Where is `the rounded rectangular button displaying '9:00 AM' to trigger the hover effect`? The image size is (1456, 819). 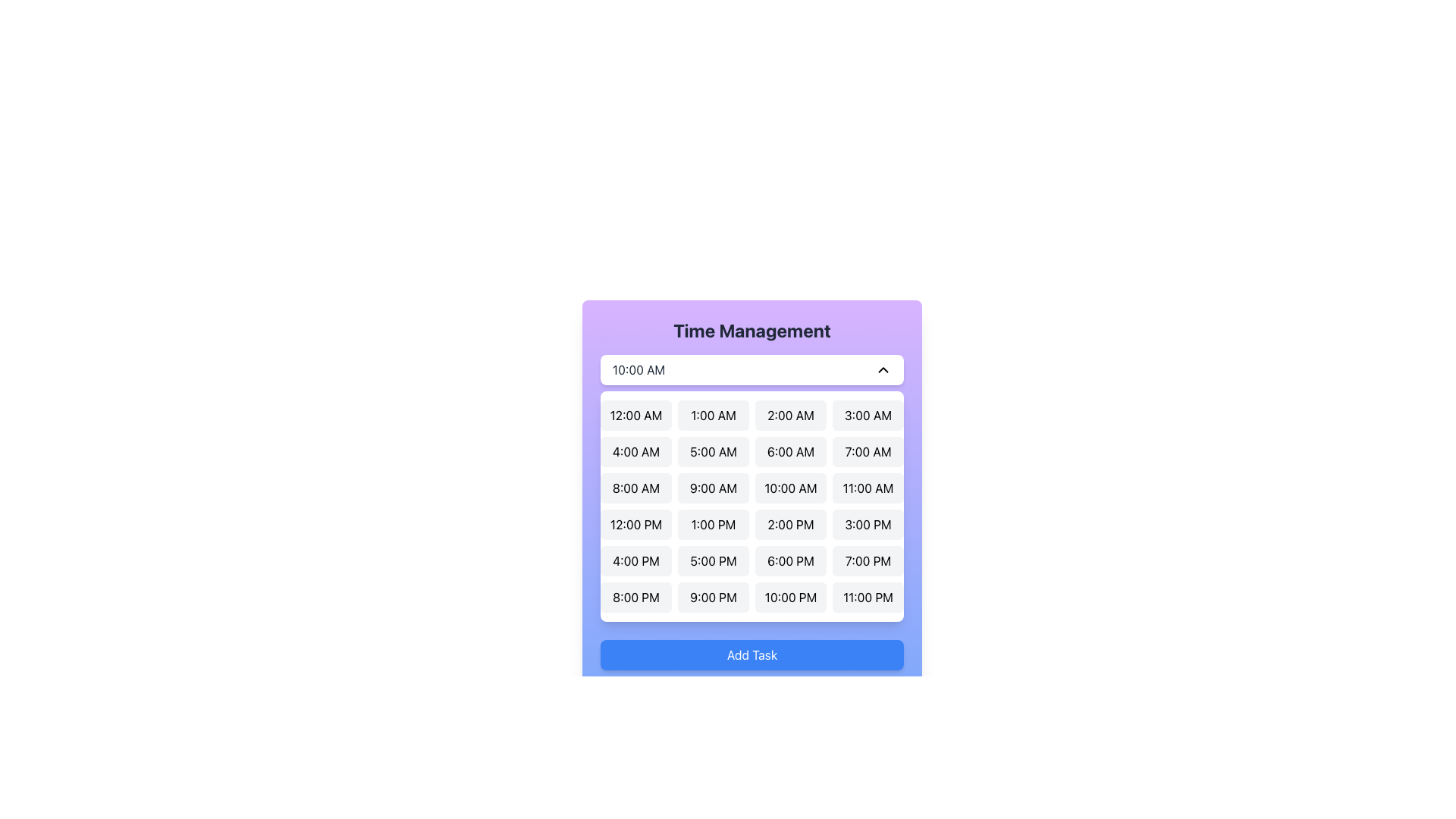
the rounded rectangular button displaying '9:00 AM' to trigger the hover effect is located at coordinates (712, 488).